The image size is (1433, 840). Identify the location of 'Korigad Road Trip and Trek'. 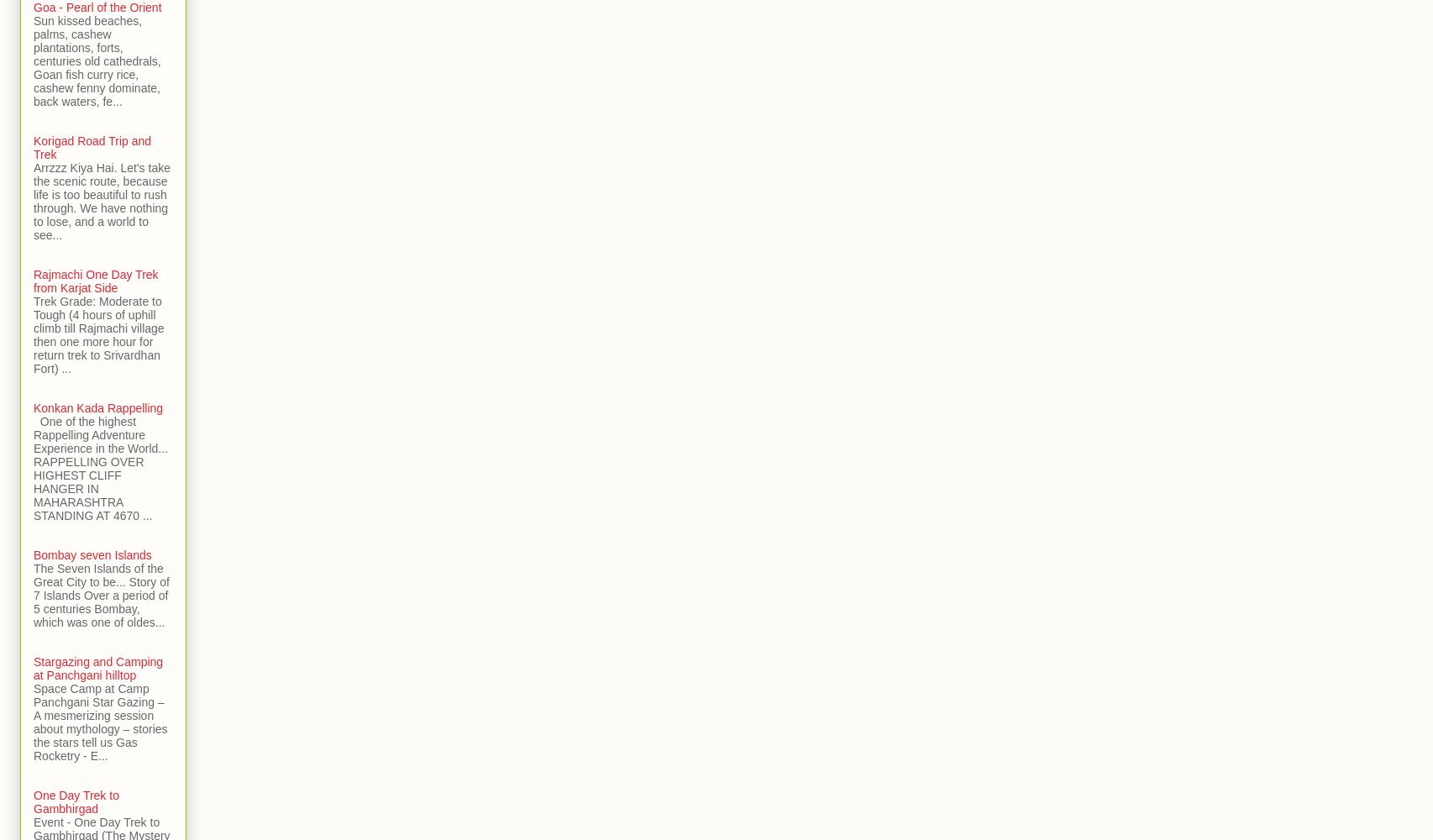
(92, 148).